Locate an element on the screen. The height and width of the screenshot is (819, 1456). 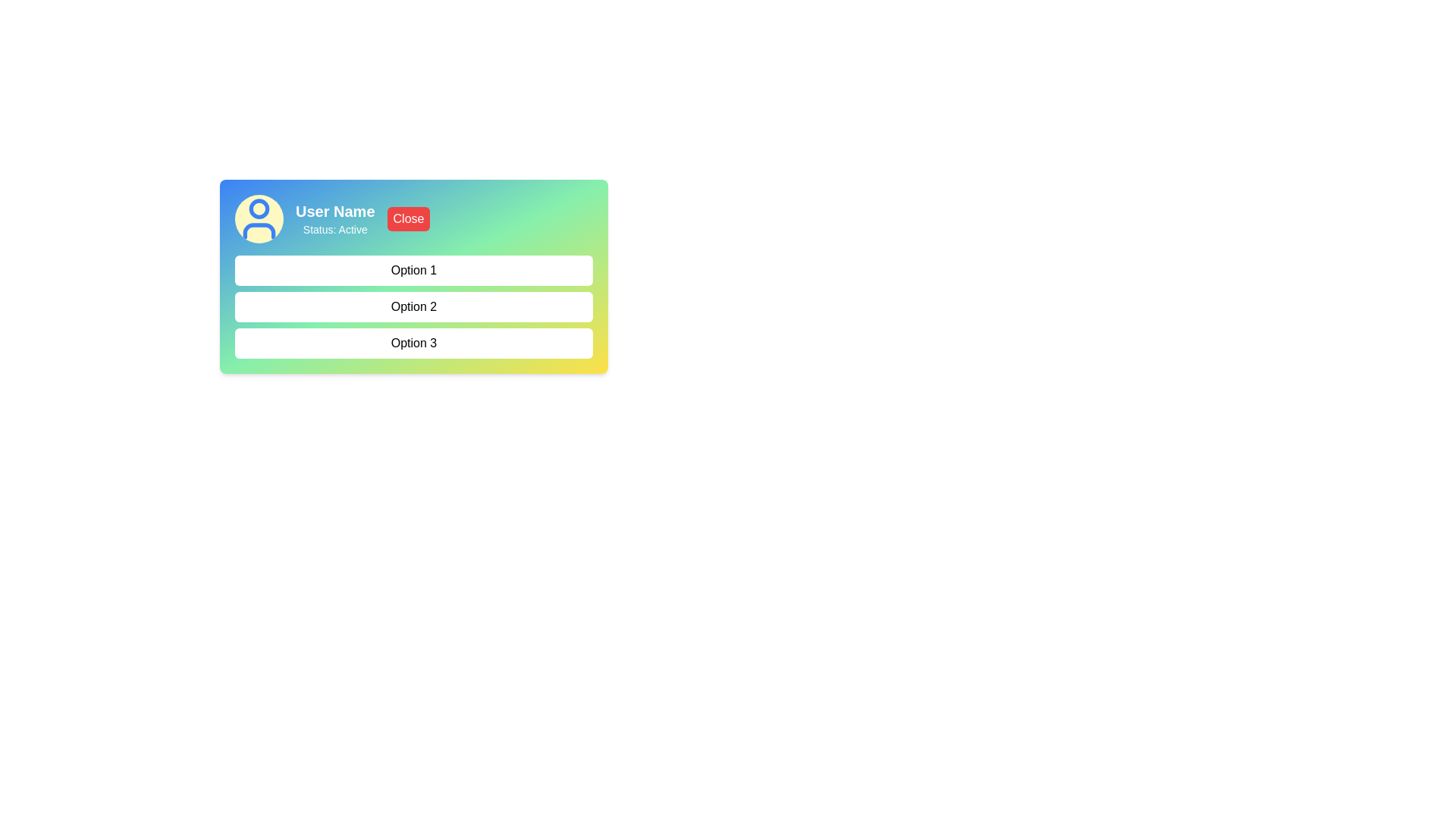
user status from the User Information Header with Close Button, which displays 'Status: Active' below the 'User Name' is located at coordinates (414, 219).